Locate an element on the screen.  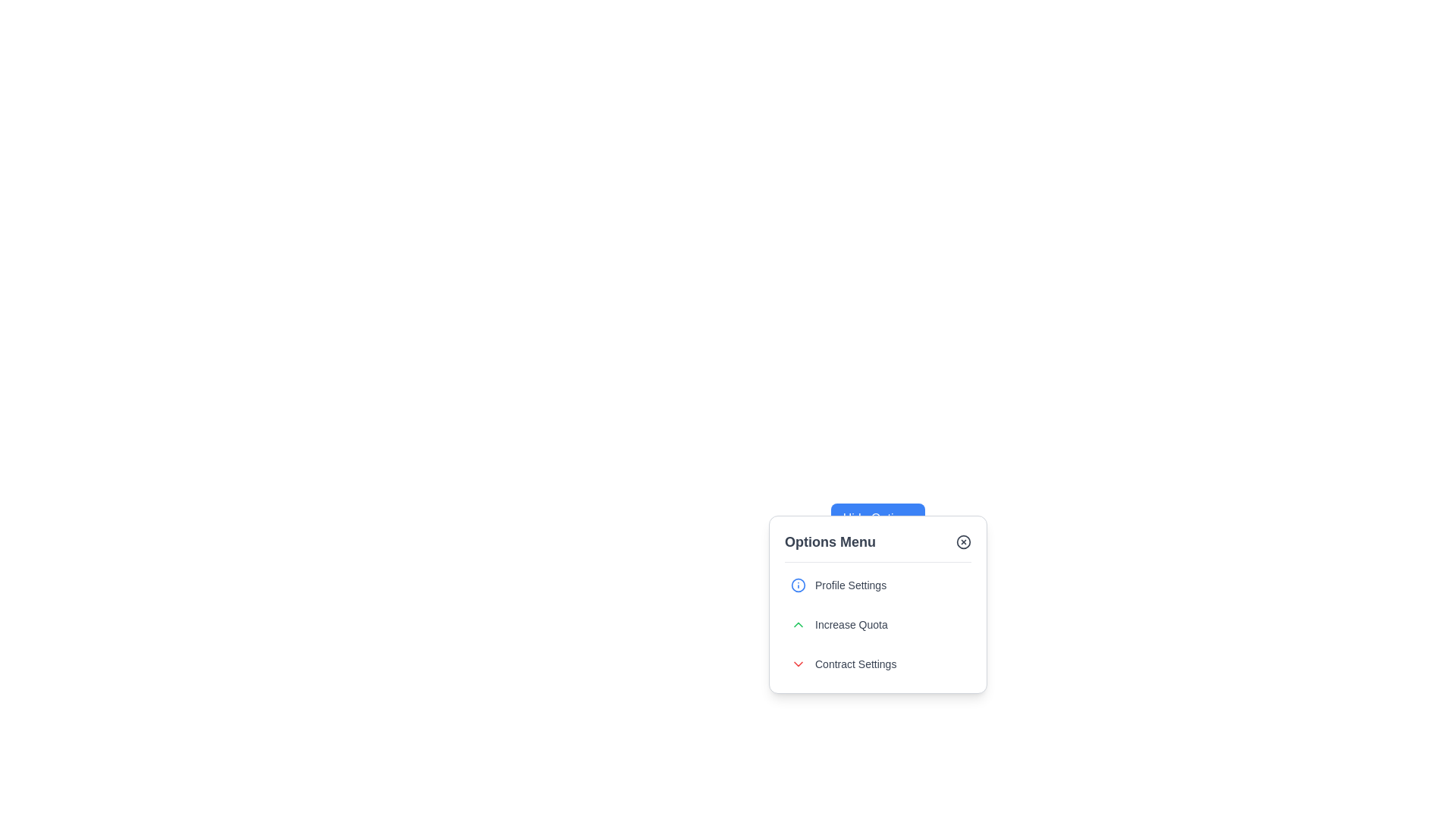
the informational icon located at the leftmost part of the 'Profile Settings' row under the 'Options Menu' is located at coordinates (797, 584).